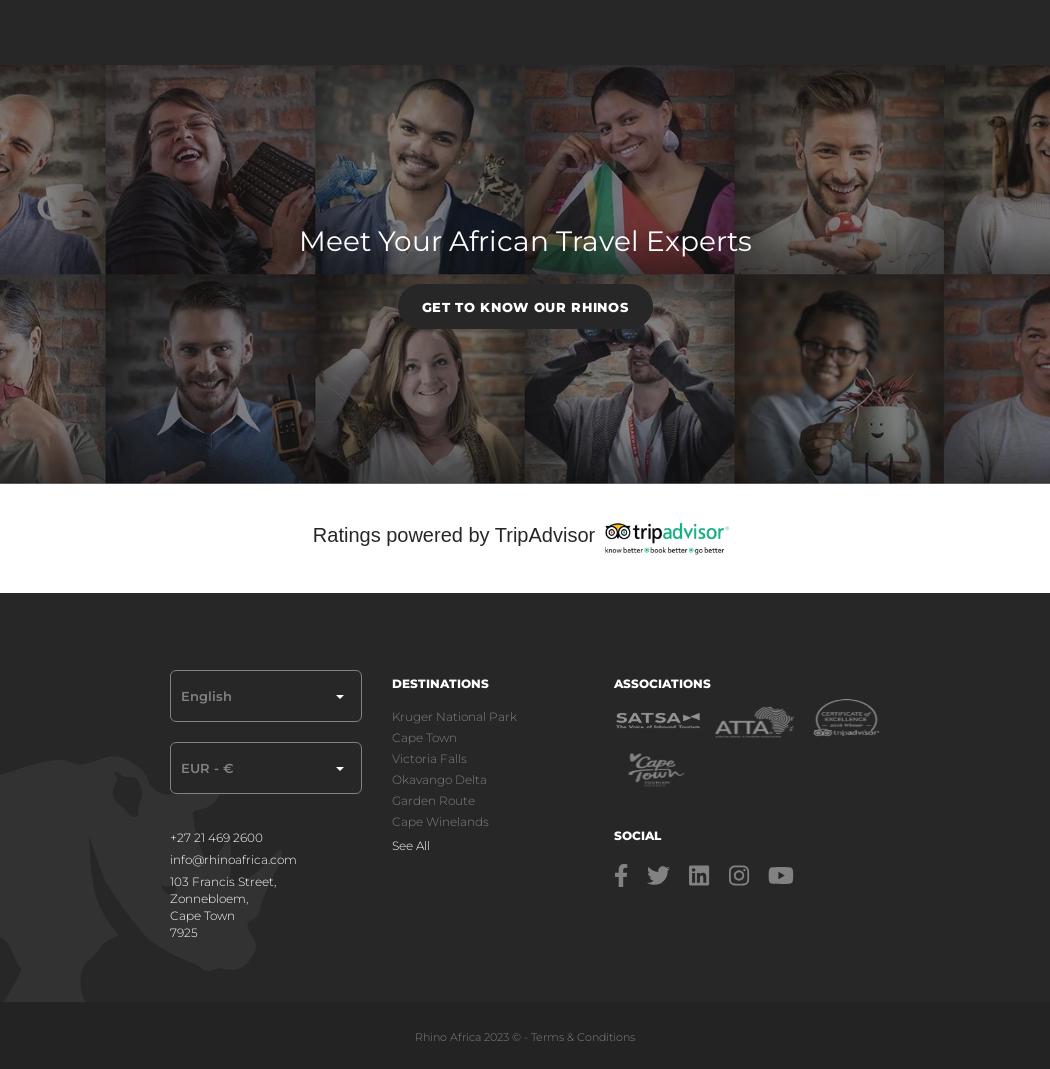  Describe the element at coordinates (660, 681) in the screenshot. I see `'Associations'` at that location.